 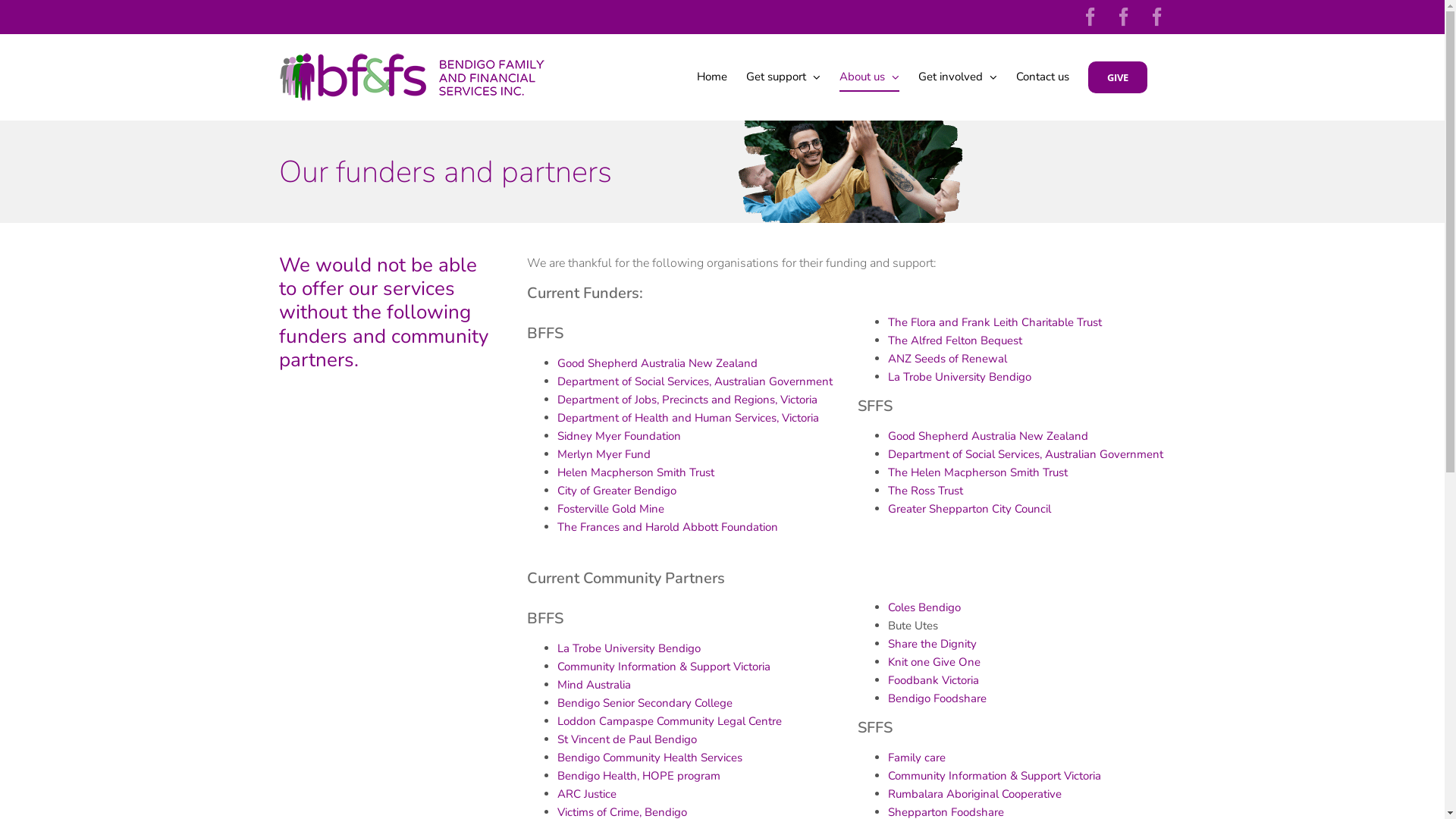 I want to click on 'The Alfred Felton Bequest', so click(x=888, y=339).